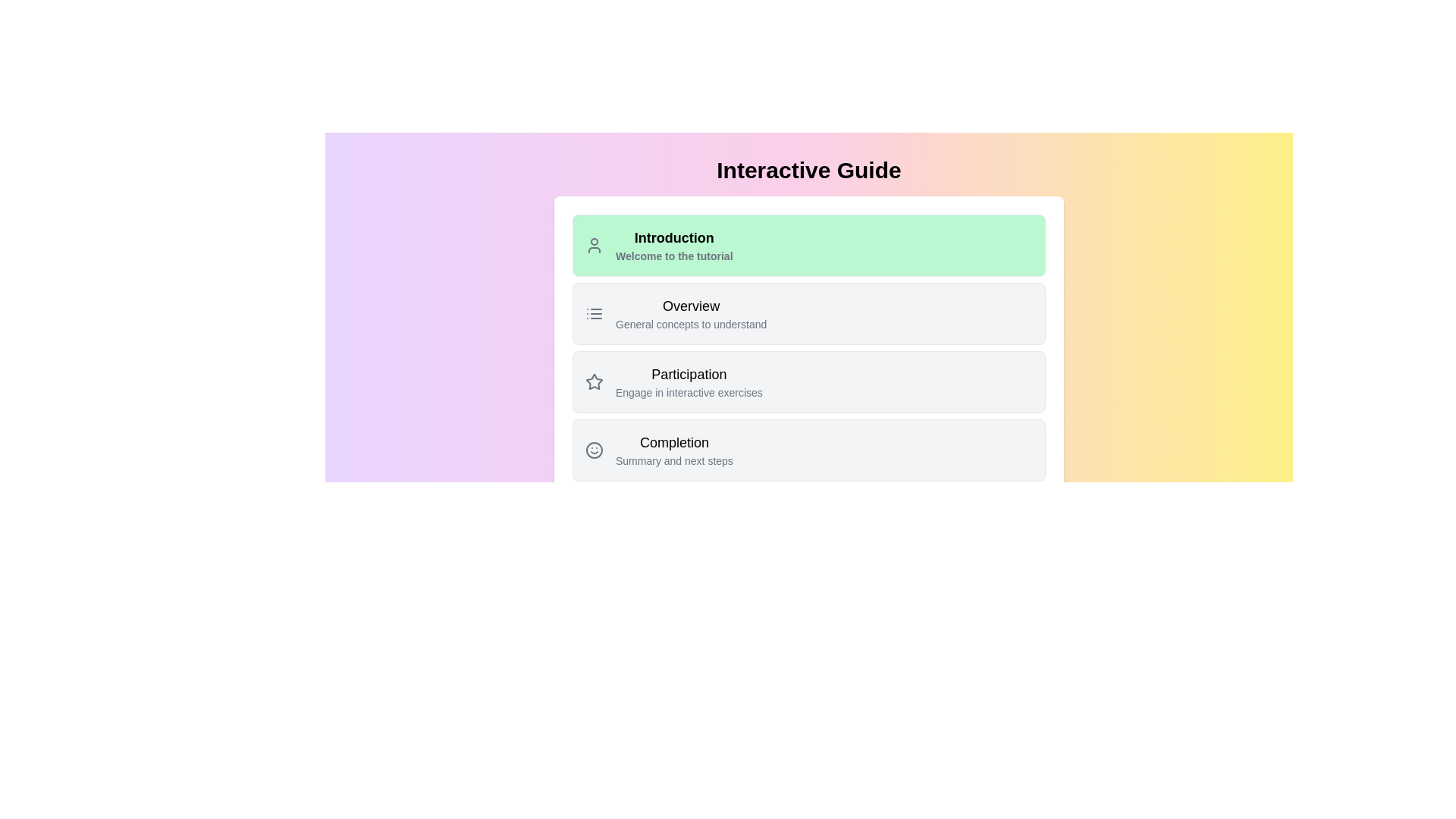  I want to click on the third Card element in the vertical list, so click(808, 350).